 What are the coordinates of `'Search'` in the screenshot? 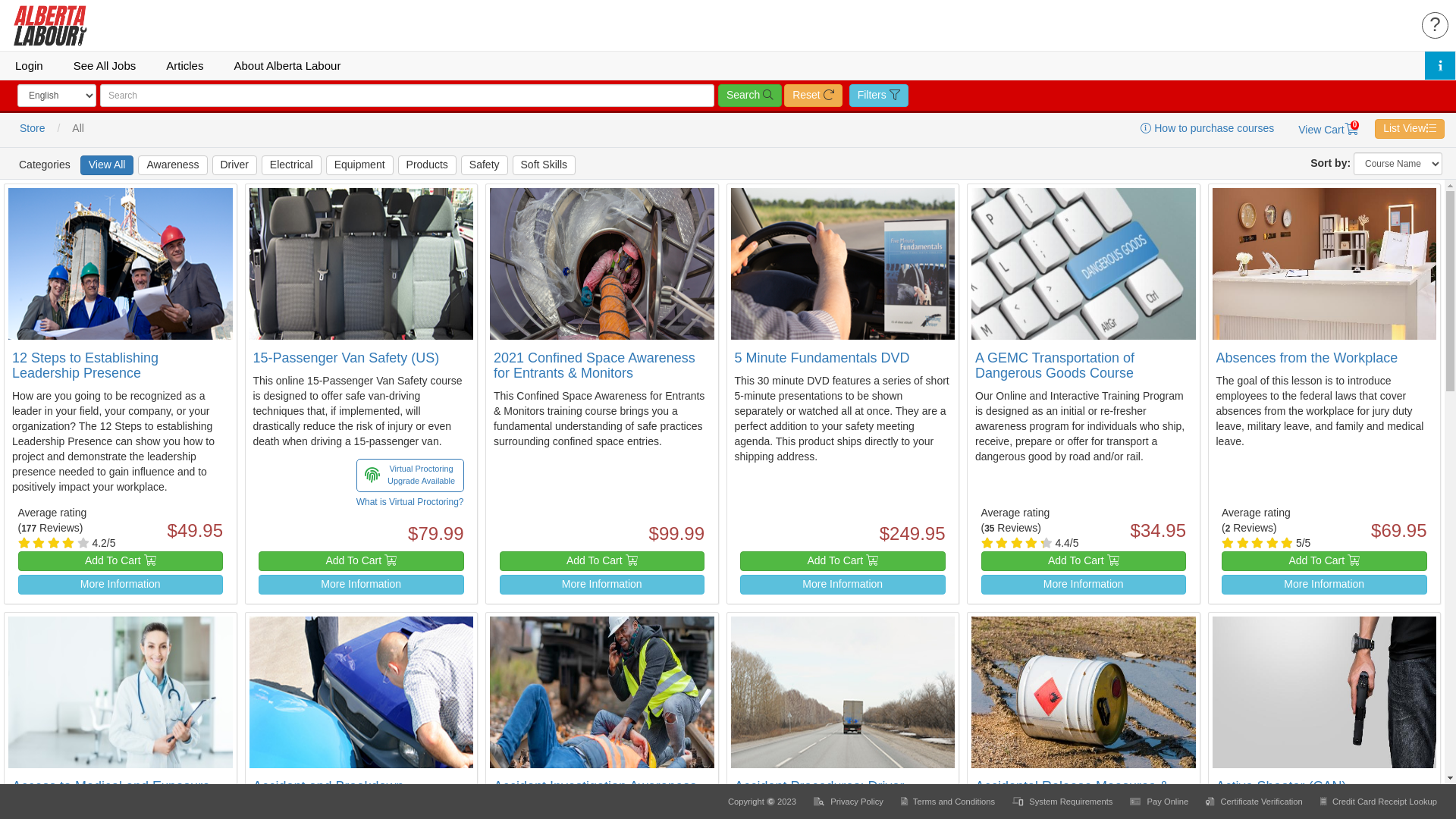 It's located at (749, 96).